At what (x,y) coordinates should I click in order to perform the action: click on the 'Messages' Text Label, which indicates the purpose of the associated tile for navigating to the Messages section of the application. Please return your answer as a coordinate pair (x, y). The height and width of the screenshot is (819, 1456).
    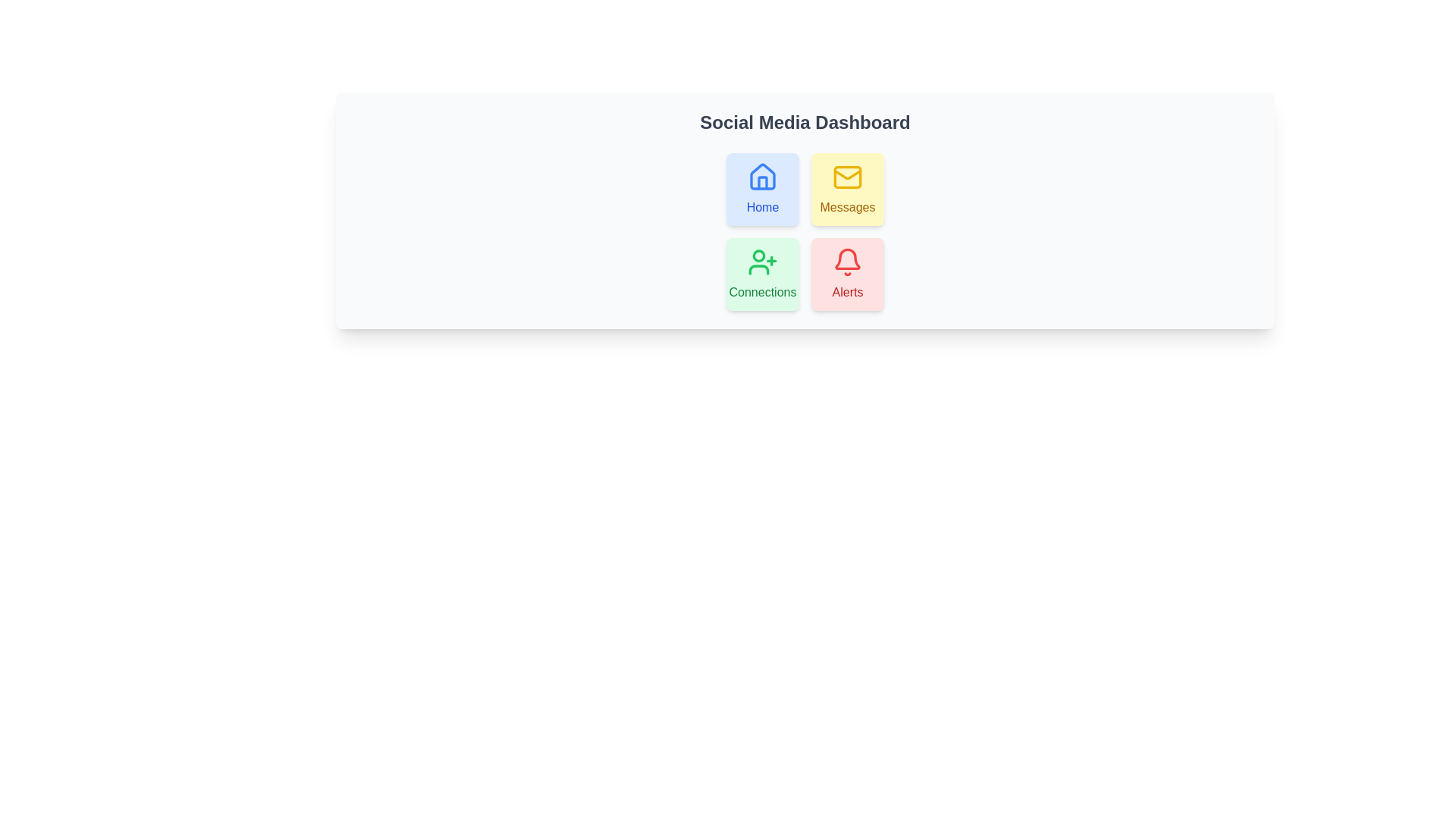
    Looking at the image, I should click on (847, 207).